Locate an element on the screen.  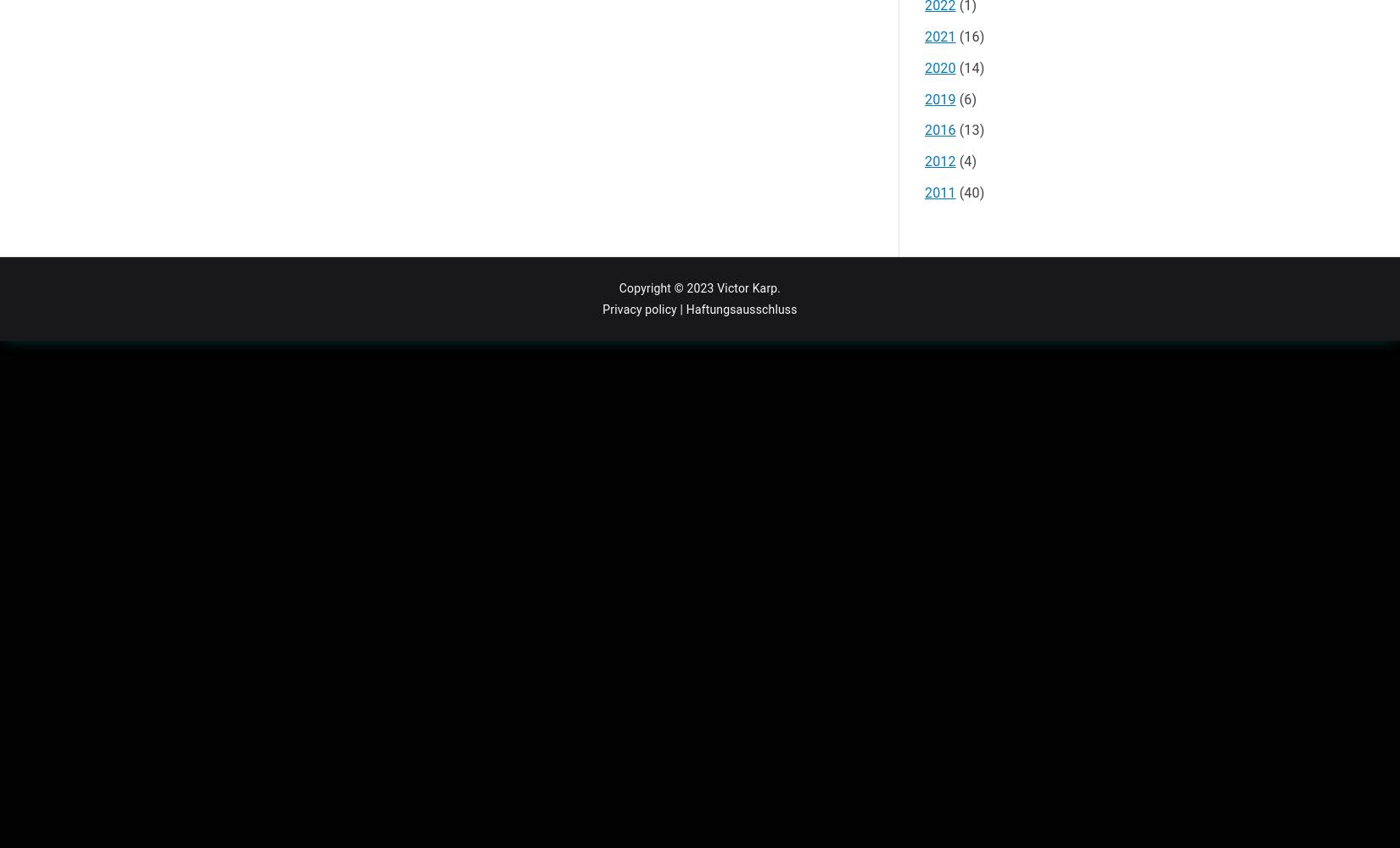
'(13)' is located at coordinates (969, 130).